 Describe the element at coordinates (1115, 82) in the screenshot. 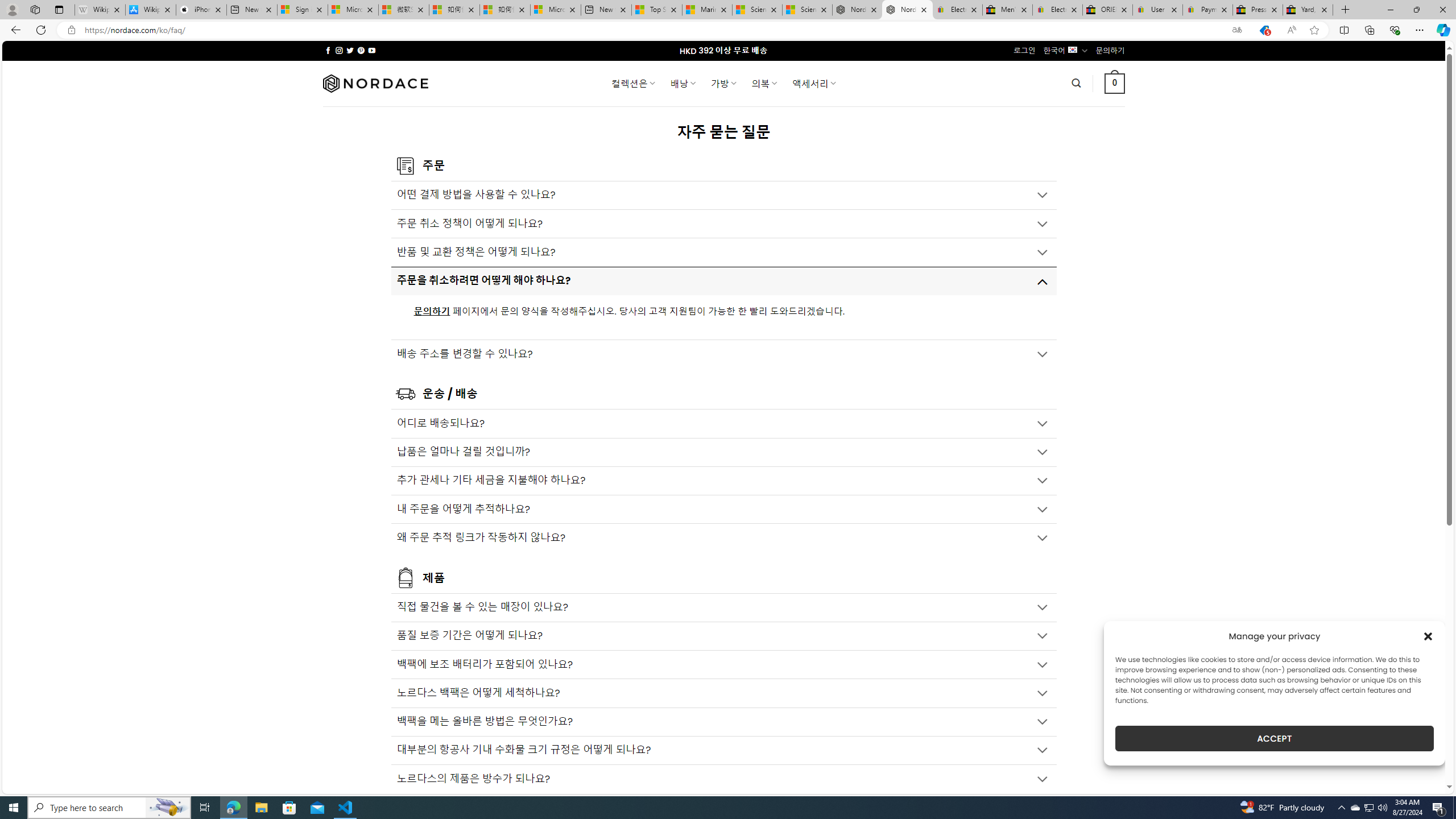

I see `' 0 '` at that location.